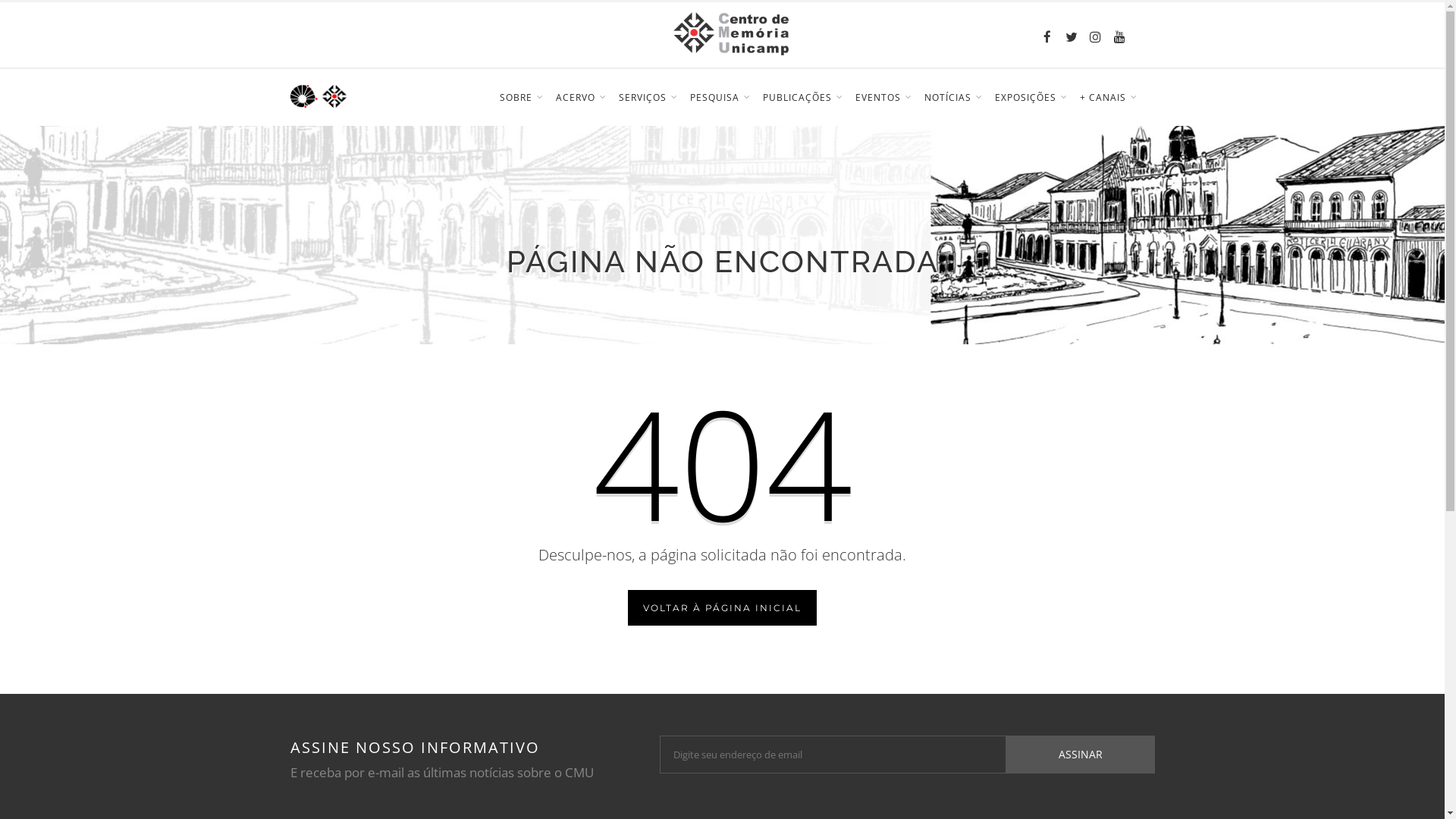 The width and height of the screenshot is (1456, 819). Describe the element at coordinates (883, 97) in the screenshot. I see `'EVENTOS'` at that location.